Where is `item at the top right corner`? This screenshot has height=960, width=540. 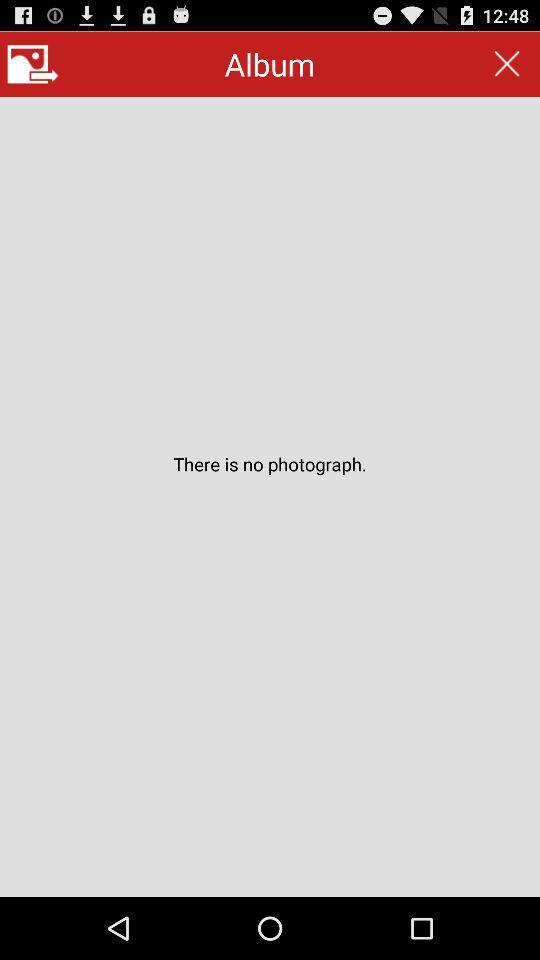
item at the top right corner is located at coordinates (507, 64).